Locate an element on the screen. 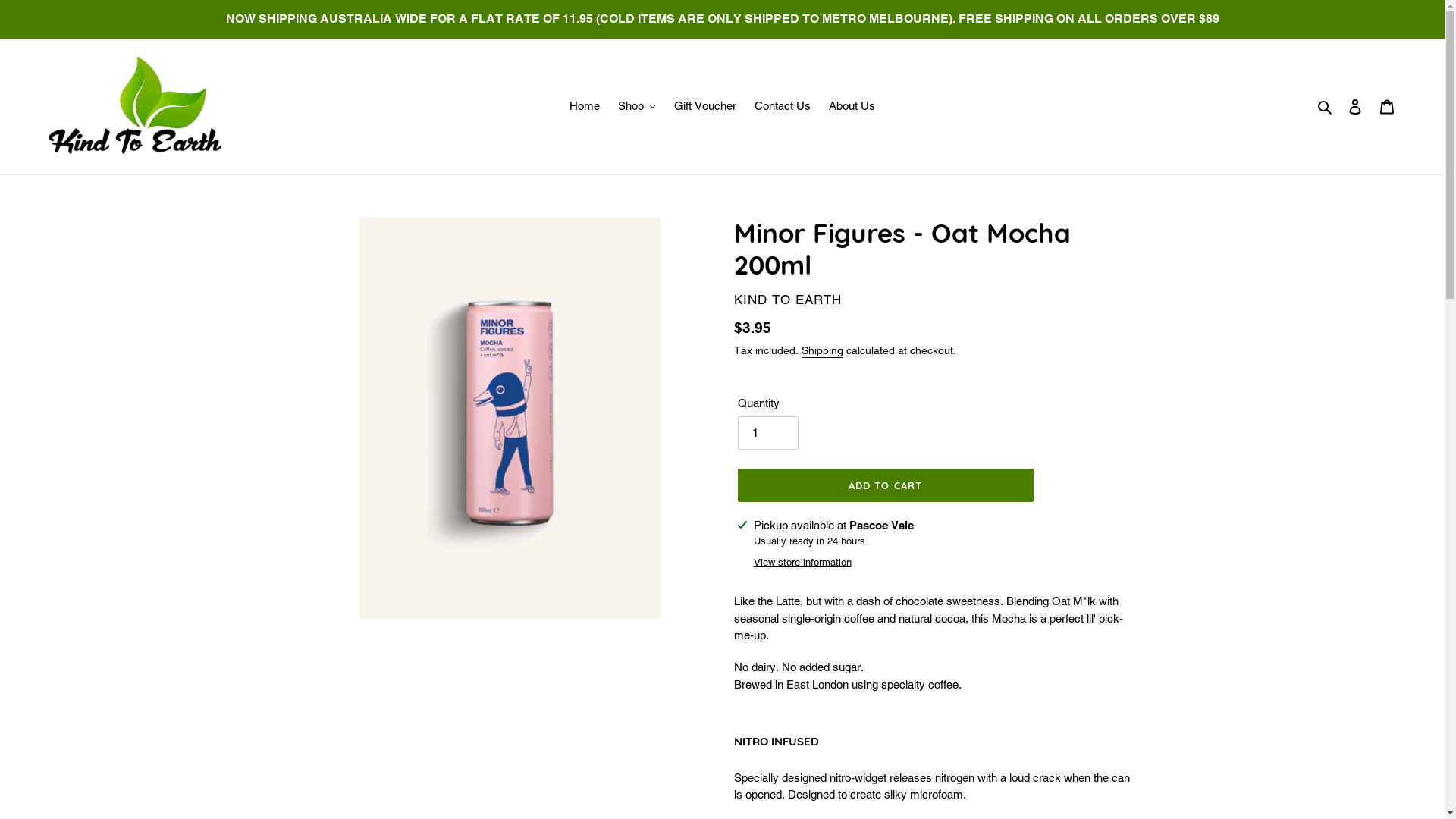 This screenshot has height=819, width=1456. 'View store information' is located at coordinates (753, 562).